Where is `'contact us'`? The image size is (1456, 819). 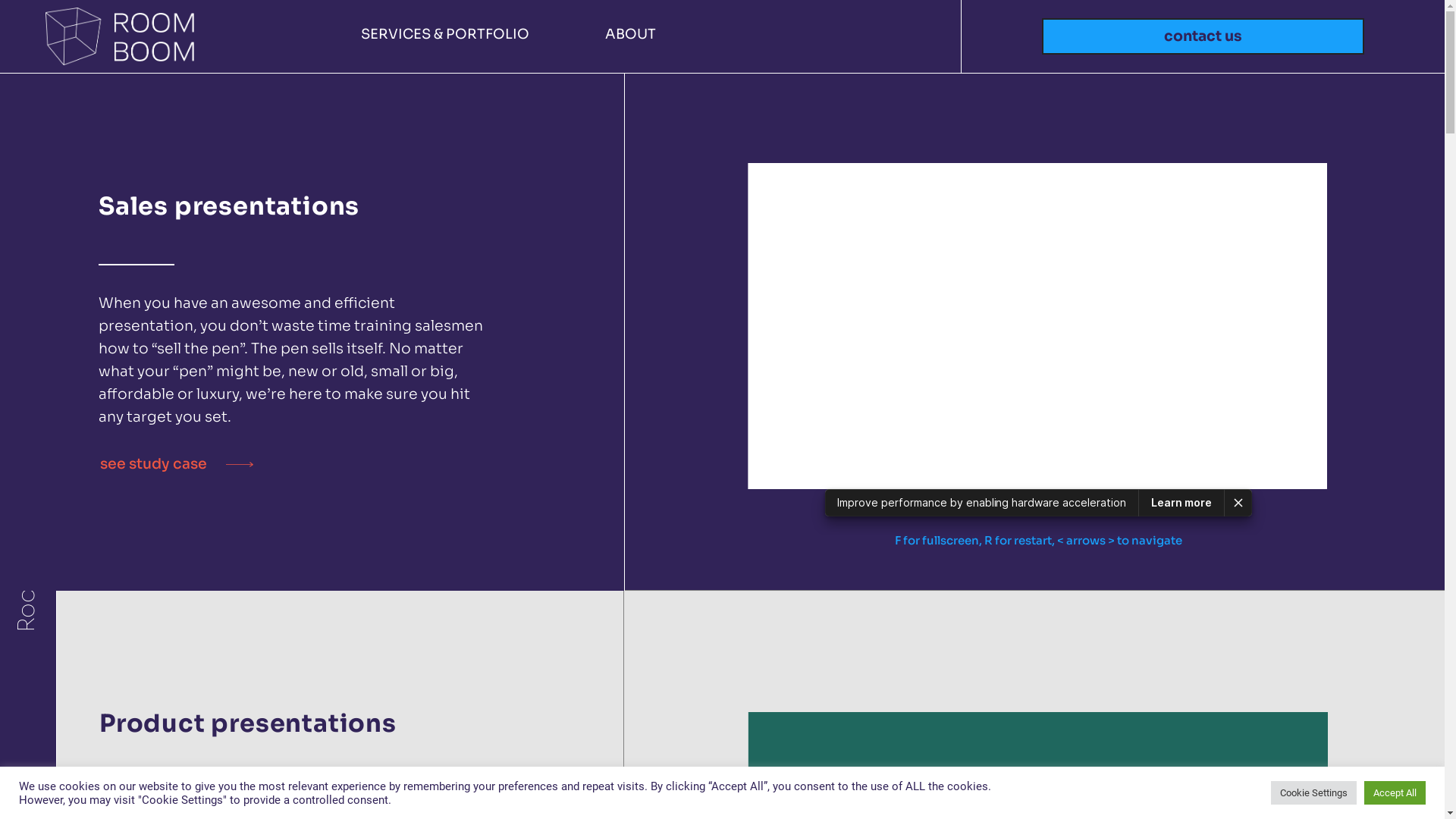 'contact us' is located at coordinates (1202, 36).